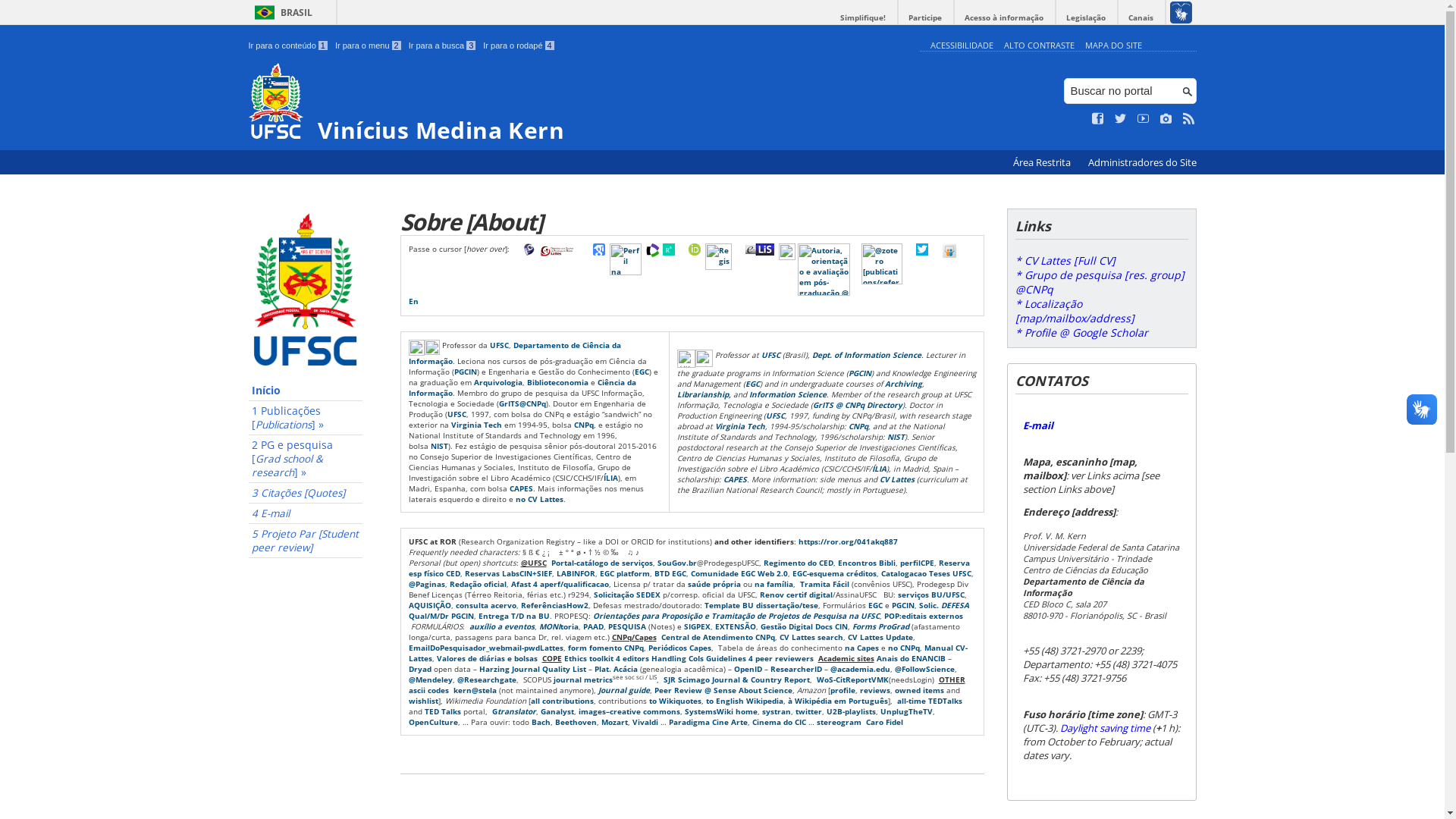  Describe the element at coordinates (795, 668) in the screenshot. I see `'ResearcherID'` at that location.